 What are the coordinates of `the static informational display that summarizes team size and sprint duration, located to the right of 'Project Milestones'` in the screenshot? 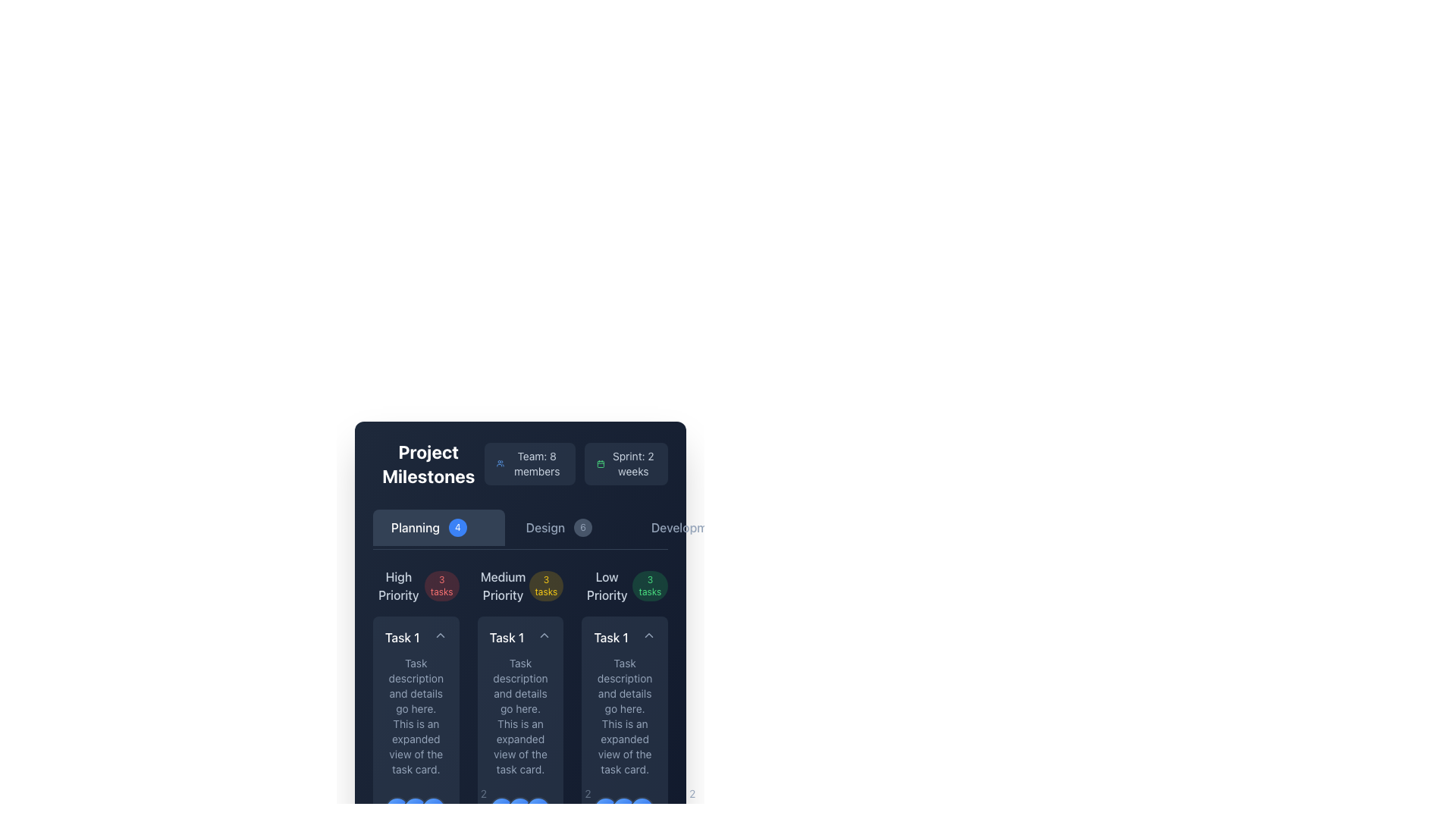 It's located at (575, 463).